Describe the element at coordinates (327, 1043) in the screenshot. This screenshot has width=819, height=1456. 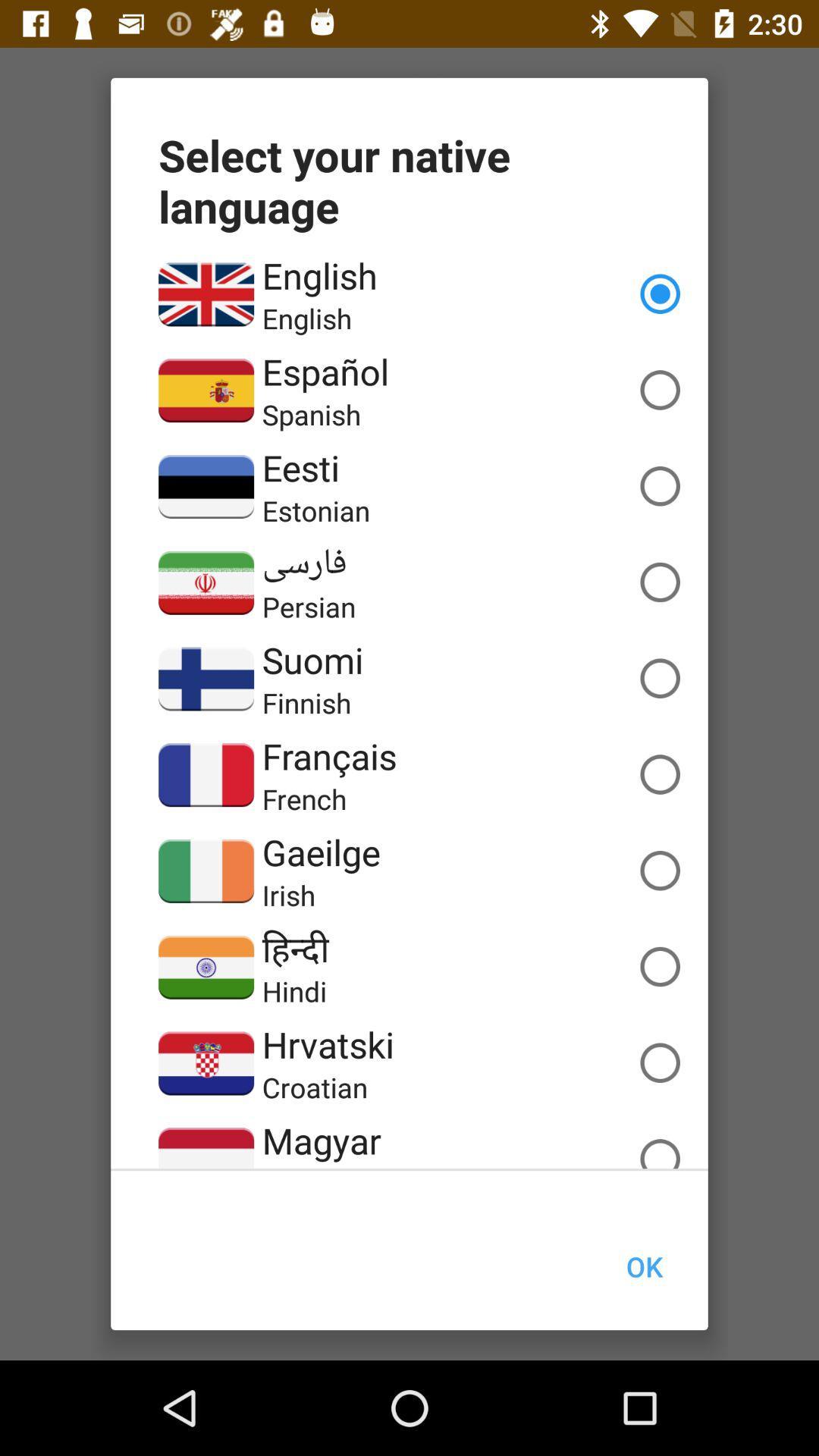
I see `item above croatian app` at that location.